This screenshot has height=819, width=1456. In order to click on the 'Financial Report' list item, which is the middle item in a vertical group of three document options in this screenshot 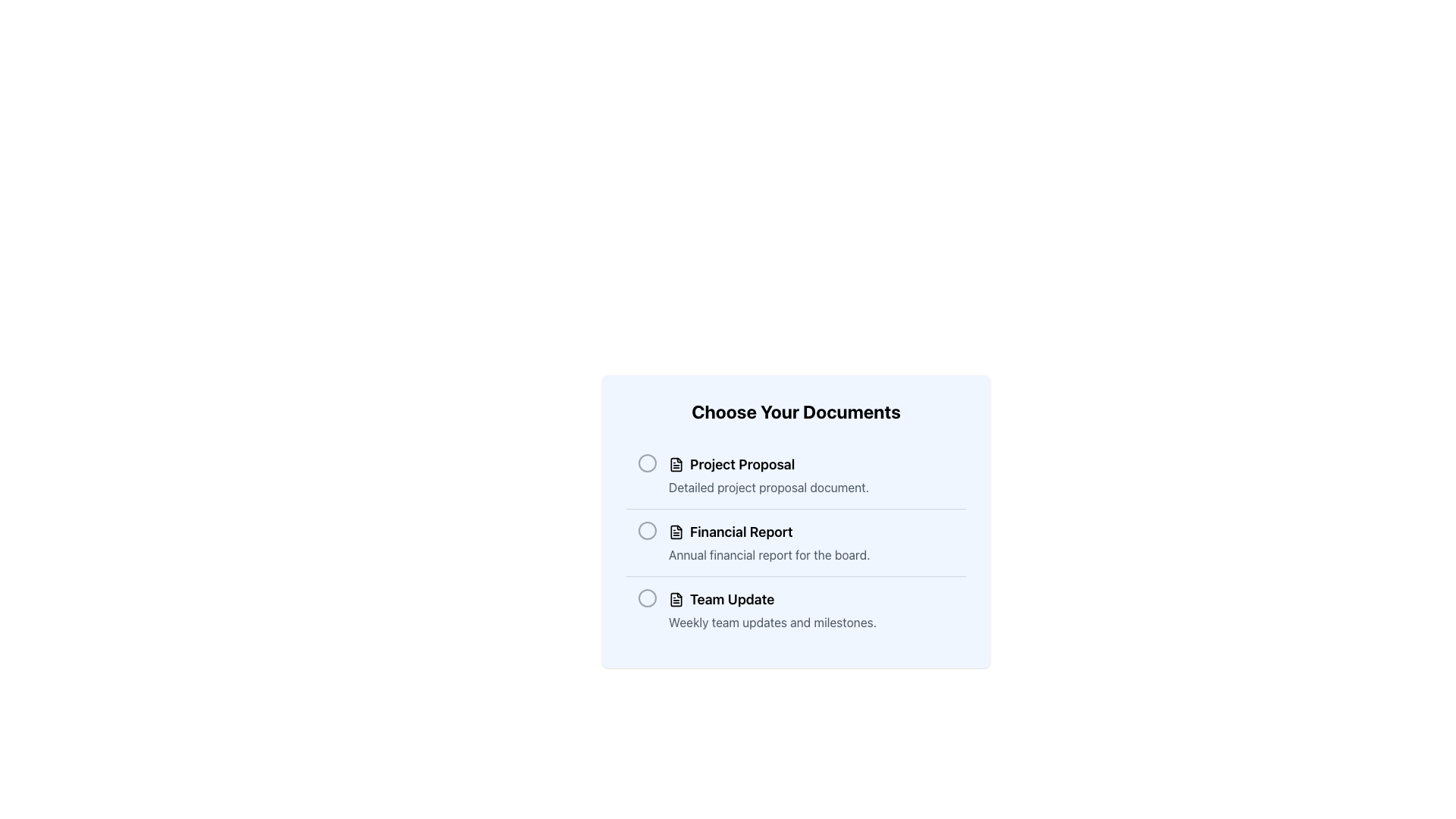, I will do `click(795, 542)`.